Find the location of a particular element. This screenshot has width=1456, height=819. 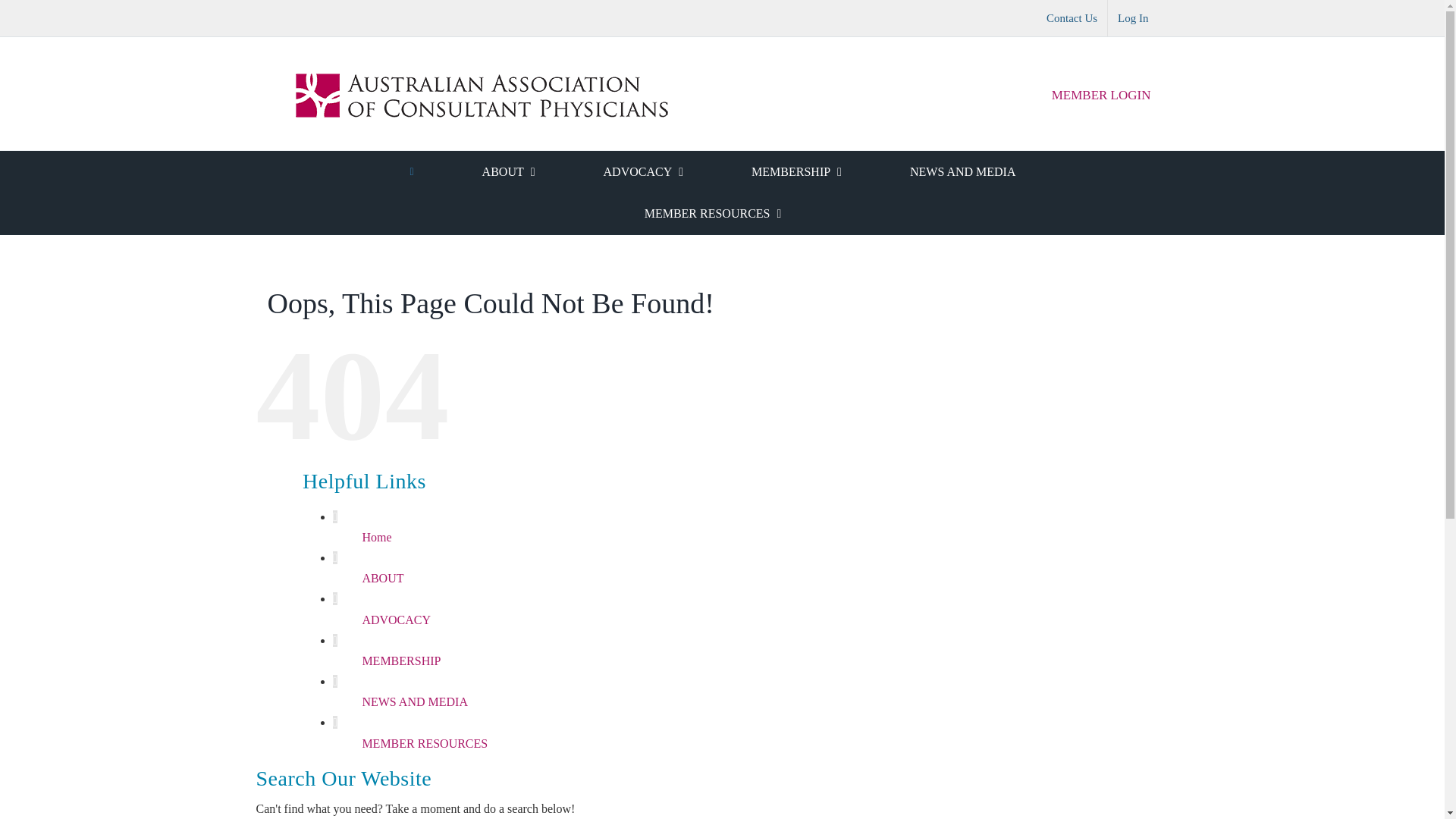

'Contact Us' is located at coordinates (1071, 17).